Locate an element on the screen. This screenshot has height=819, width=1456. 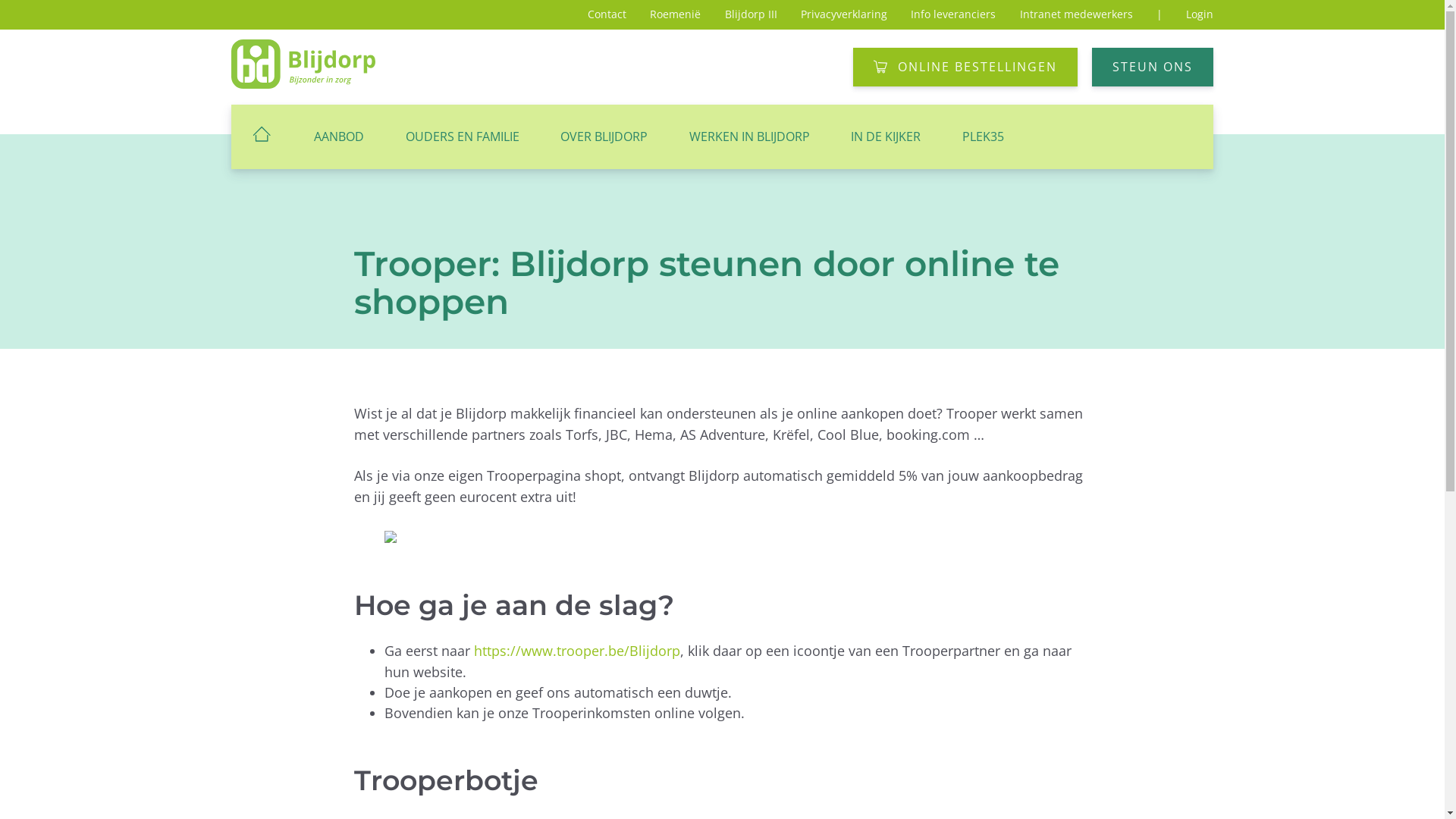
'STEUN ONS' is located at coordinates (1153, 66).